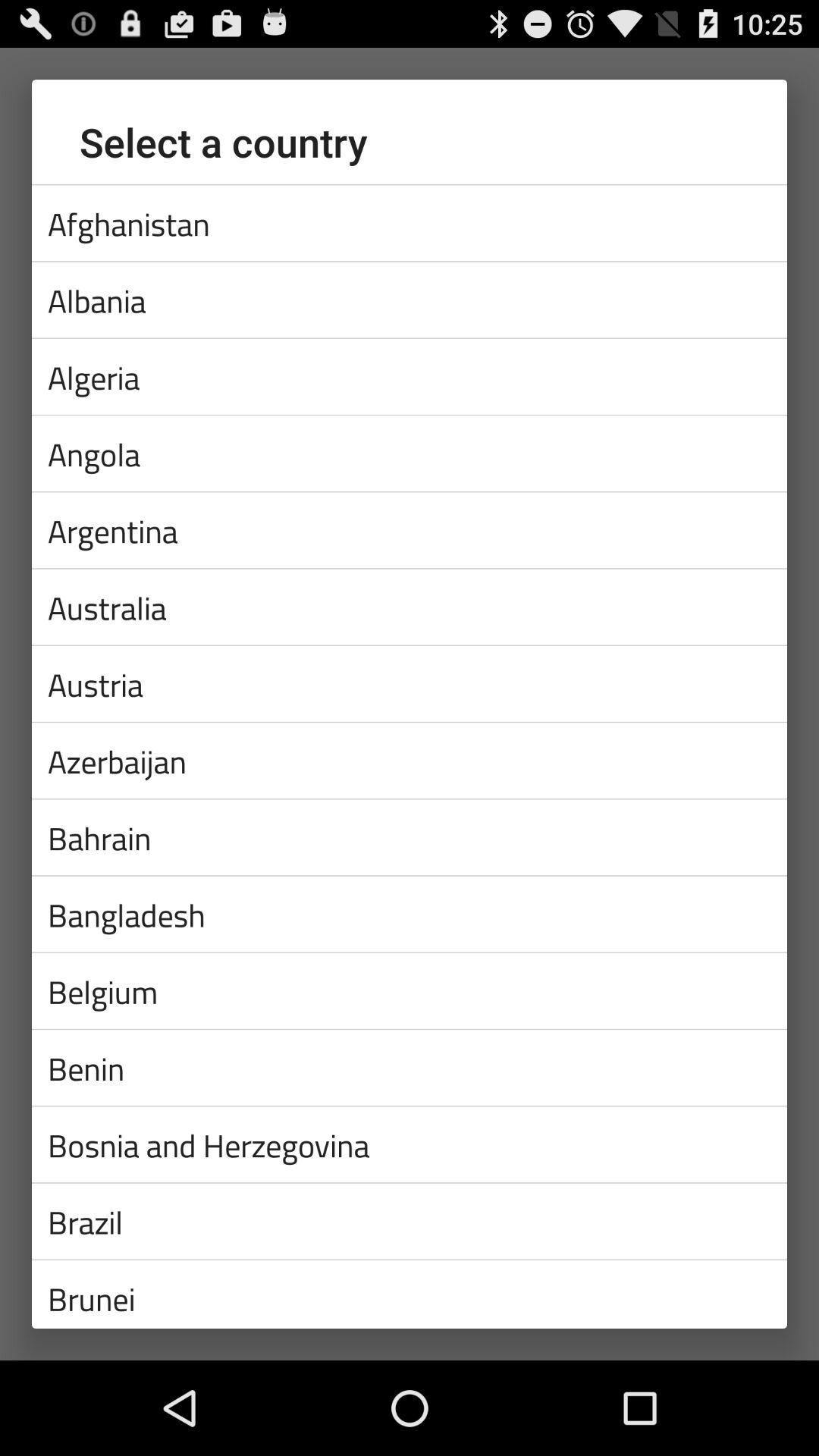 Image resolution: width=819 pixels, height=1456 pixels. What do you see at coordinates (409, 761) in the screenshot?
I see `azerbaijan app` at bounding box center [409, 761].